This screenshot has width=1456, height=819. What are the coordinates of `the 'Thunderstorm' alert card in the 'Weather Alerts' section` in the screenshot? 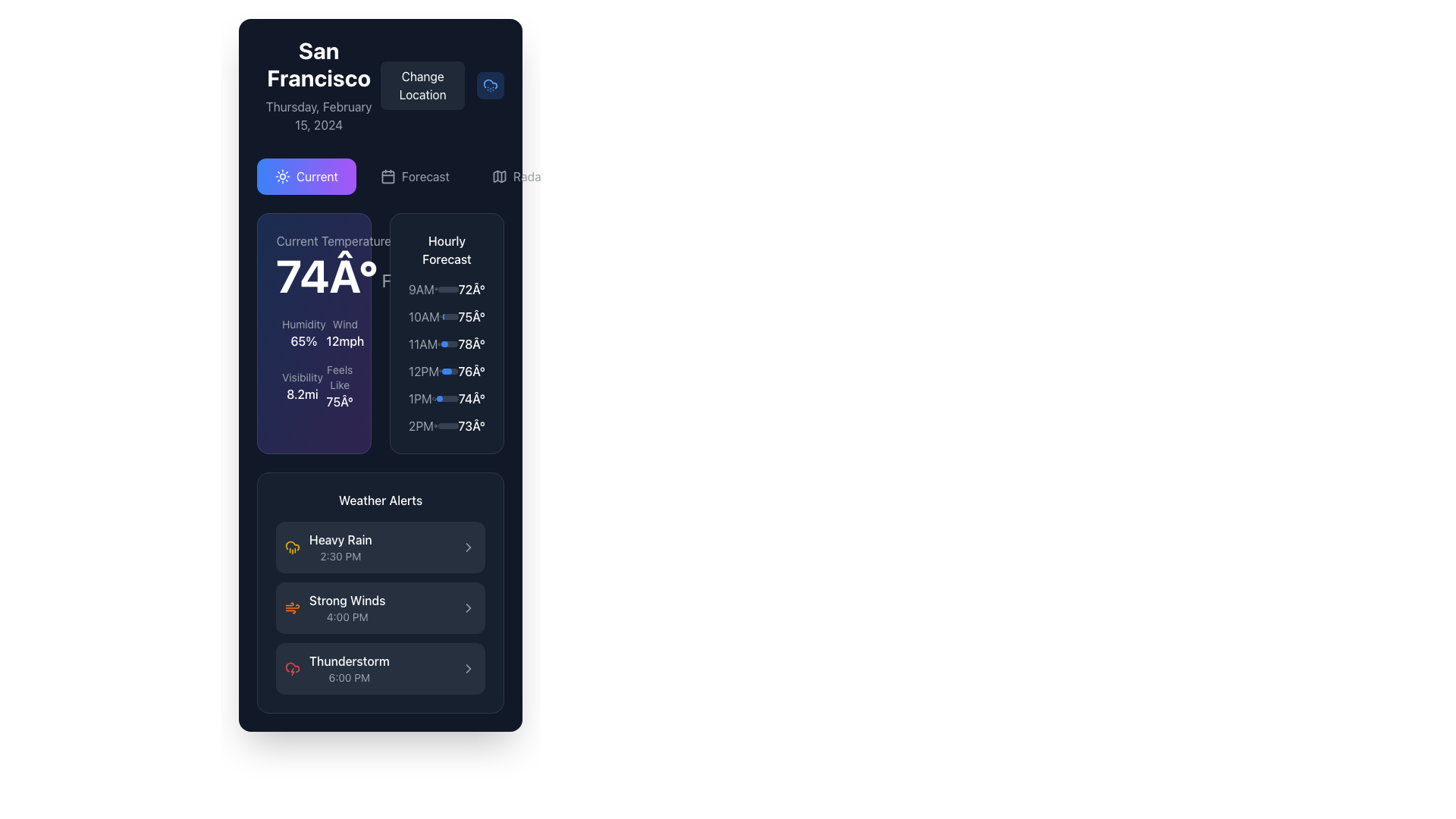 It's located at (381, 668).